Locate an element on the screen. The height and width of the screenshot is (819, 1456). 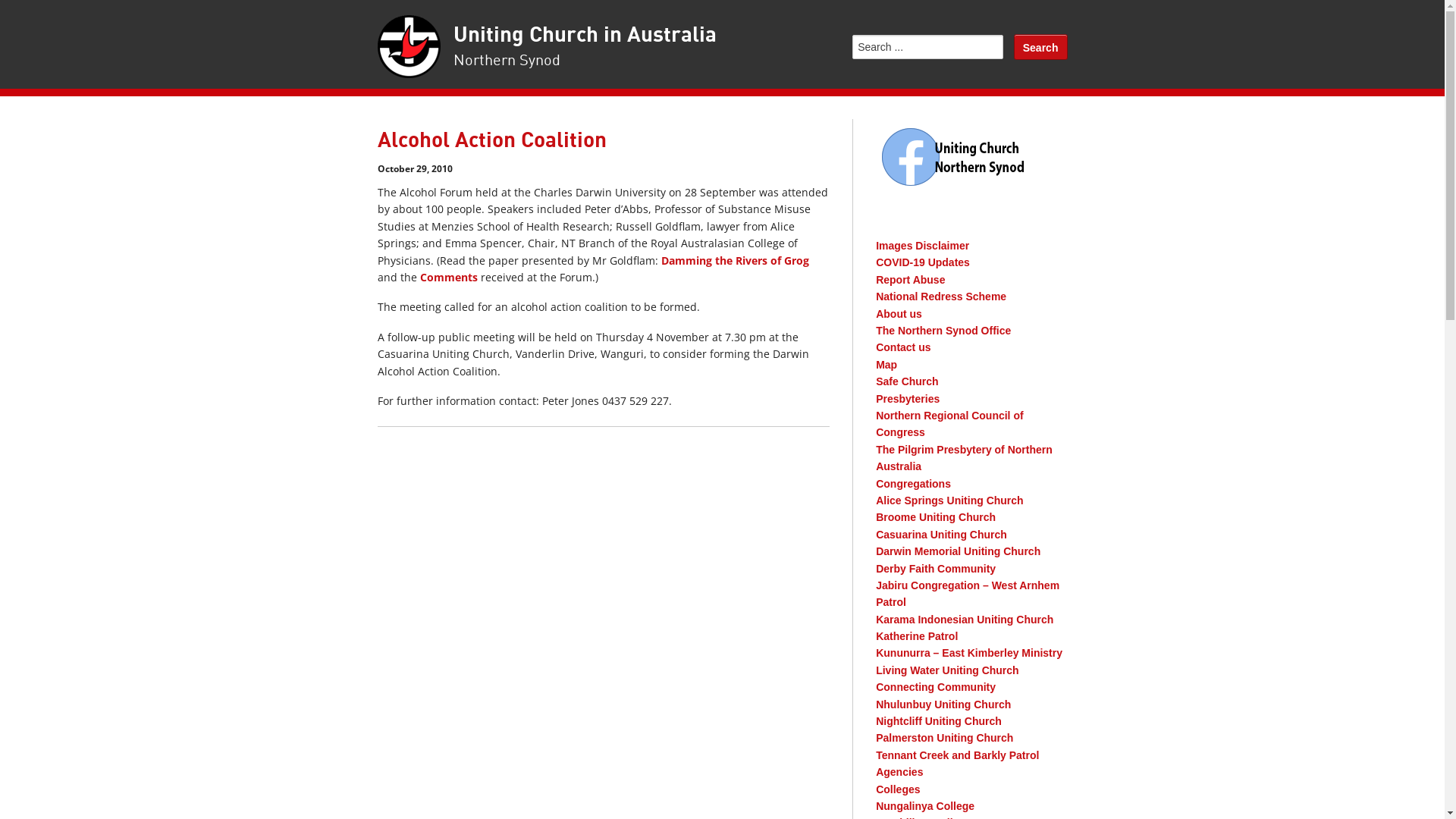
'Casuarina Uniting Church' is located at coordinates (876, 534).